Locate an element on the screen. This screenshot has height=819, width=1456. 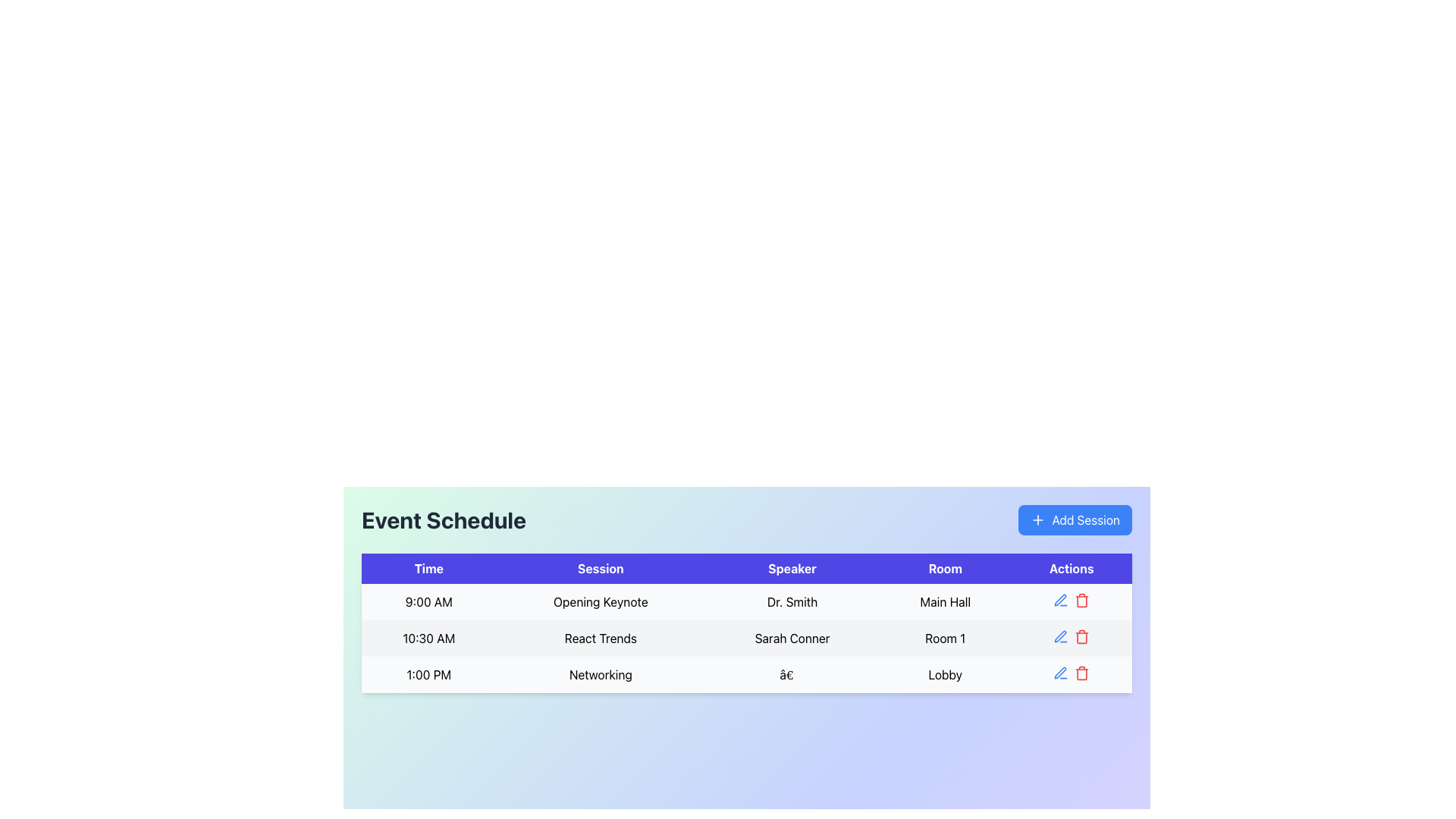
the blue pen icon button located under the 'Actions' column on the second row is located at coordinates (1060, 637).